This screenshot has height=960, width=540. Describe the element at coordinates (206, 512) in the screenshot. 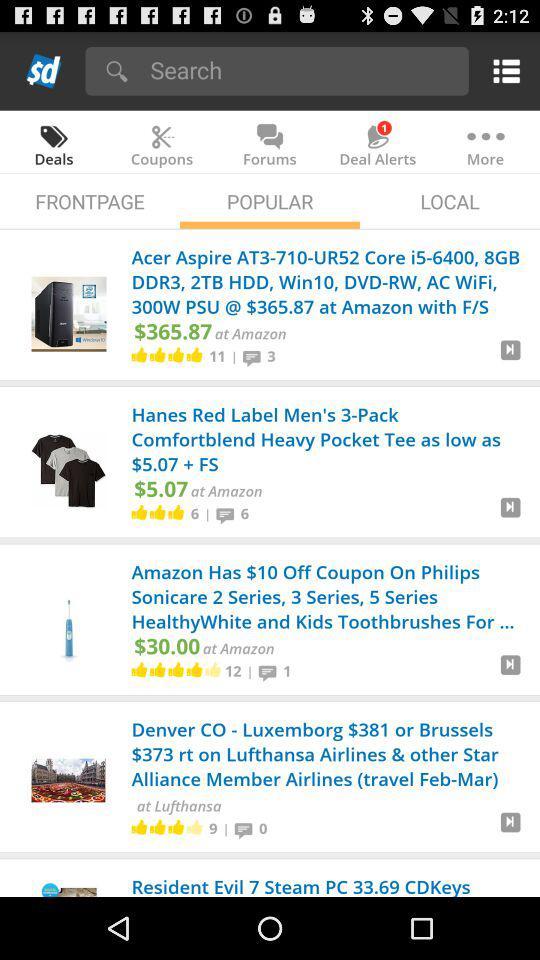

I see `|` at that location.